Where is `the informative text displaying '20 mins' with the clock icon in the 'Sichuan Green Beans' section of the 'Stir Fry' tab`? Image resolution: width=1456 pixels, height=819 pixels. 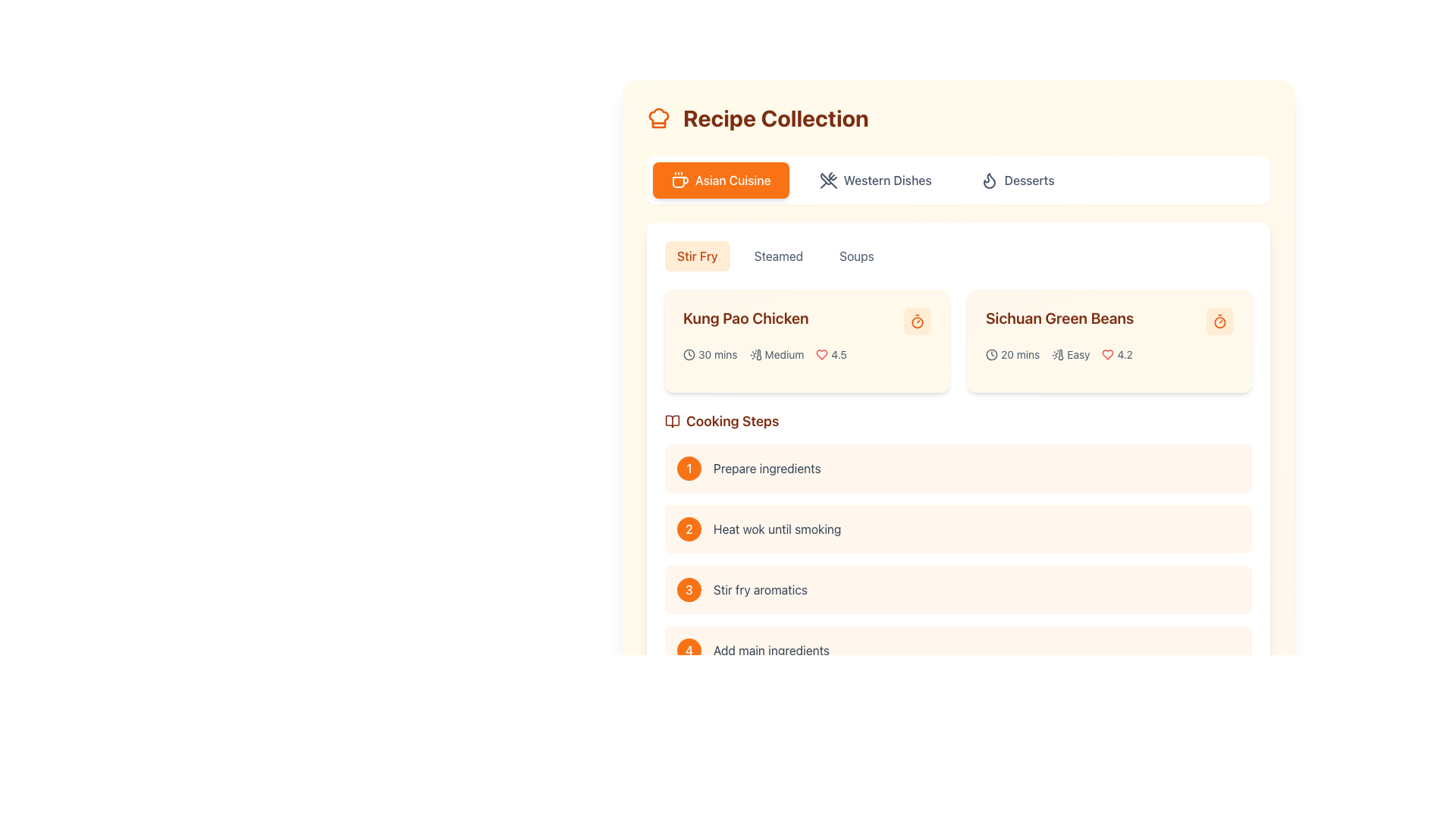 the informative text displaying '20 mins' with the clock icon in the 'Sichuan Green Beans' section of the 'Stir Fry' tab is located at coordinates (1012, 354).